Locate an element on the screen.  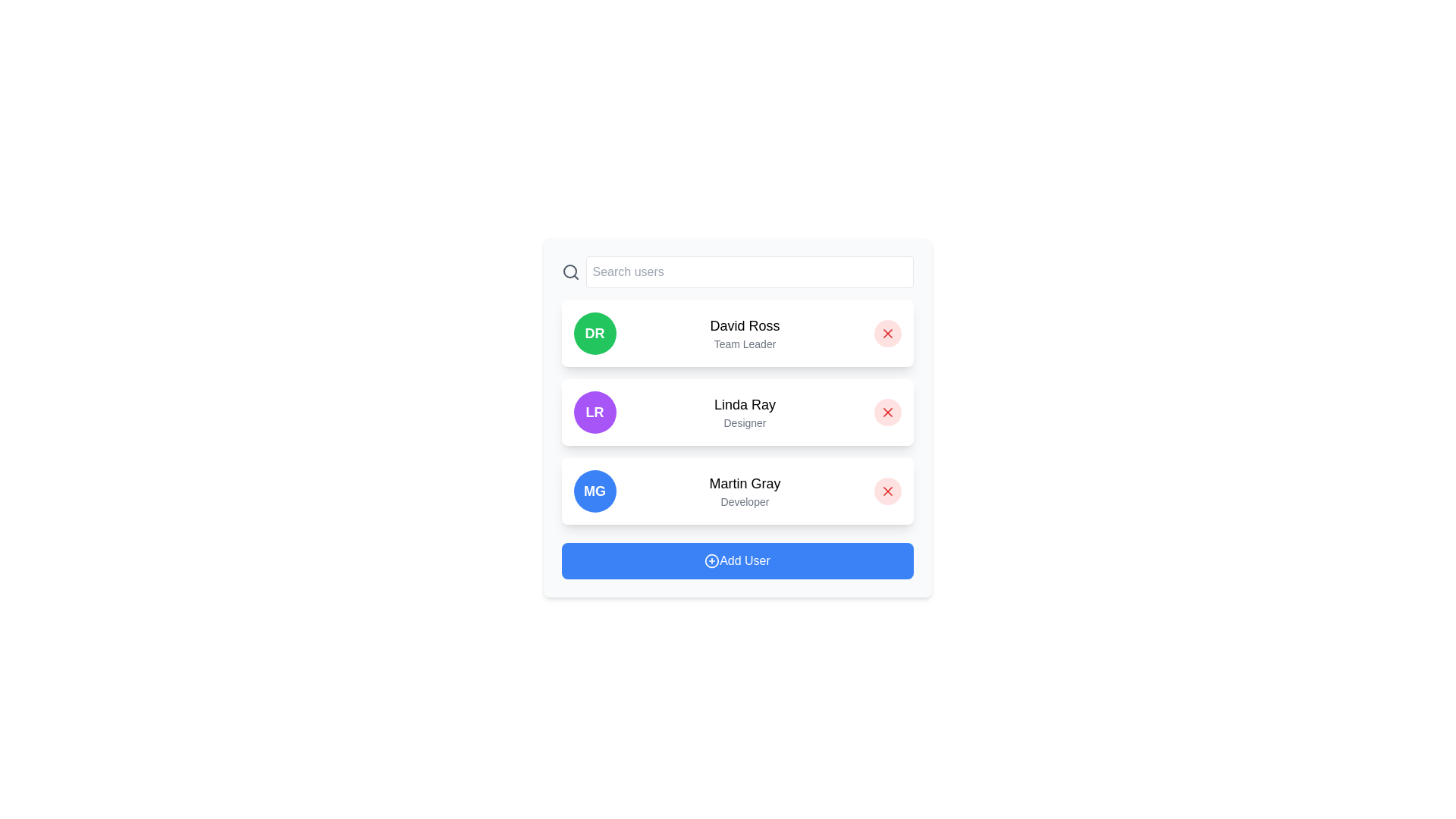
the text label 'Developer' located beneath the name 'Martin Gray' in the third user card of the vertical user list is located at coordinates (745, 502).